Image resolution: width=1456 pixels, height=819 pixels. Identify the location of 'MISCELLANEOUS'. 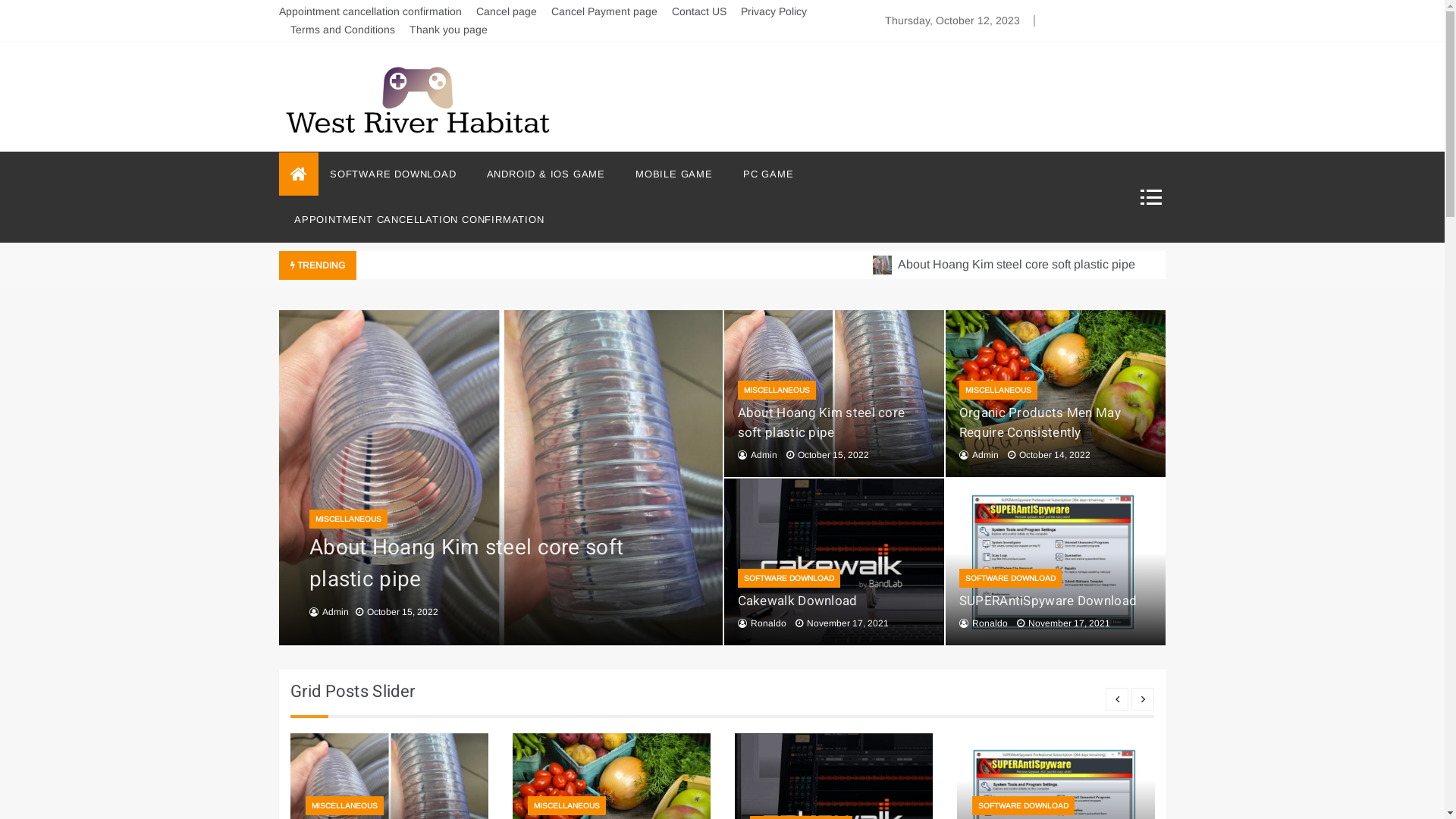
(776, 389).